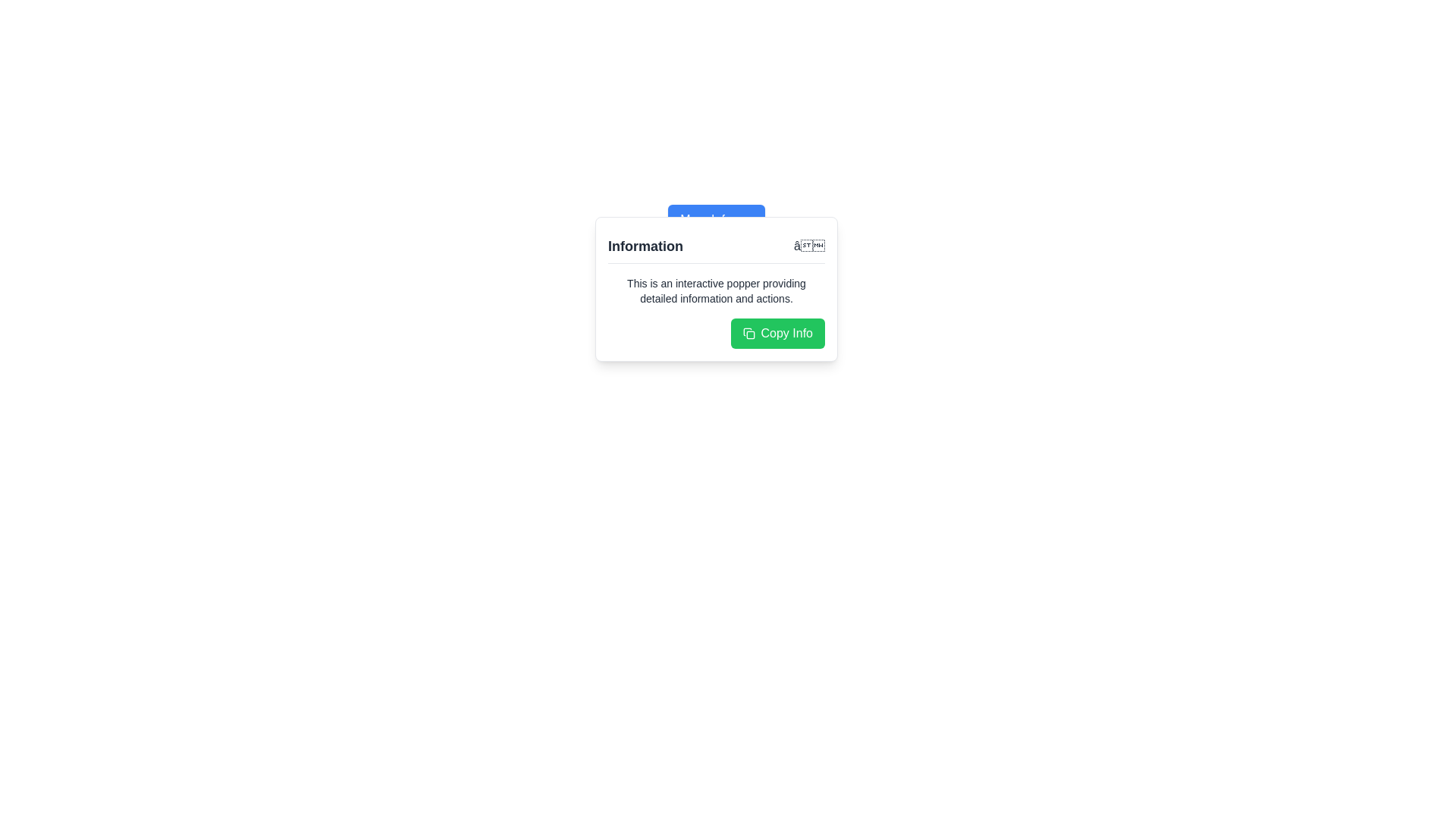  I want to click on the 'Copy Info' button, which is a prominent rectangular button with rounded corners, vibrant green background, and white text including a clipboard icon, located in the bottom-right corner of a pop-up modal, so click(777, 332).